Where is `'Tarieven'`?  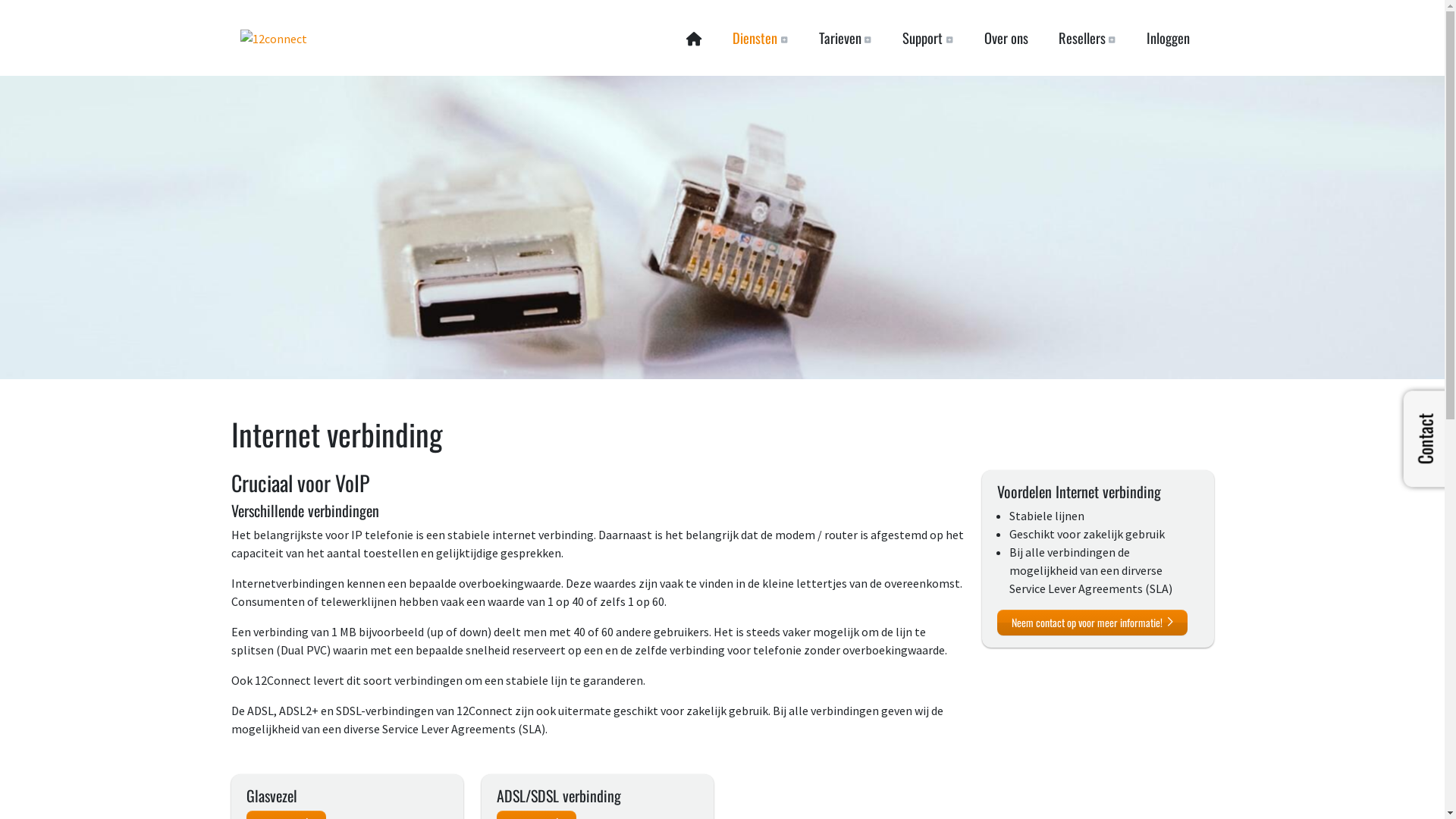 'Tarieven' is located at coordinates (843, 37).